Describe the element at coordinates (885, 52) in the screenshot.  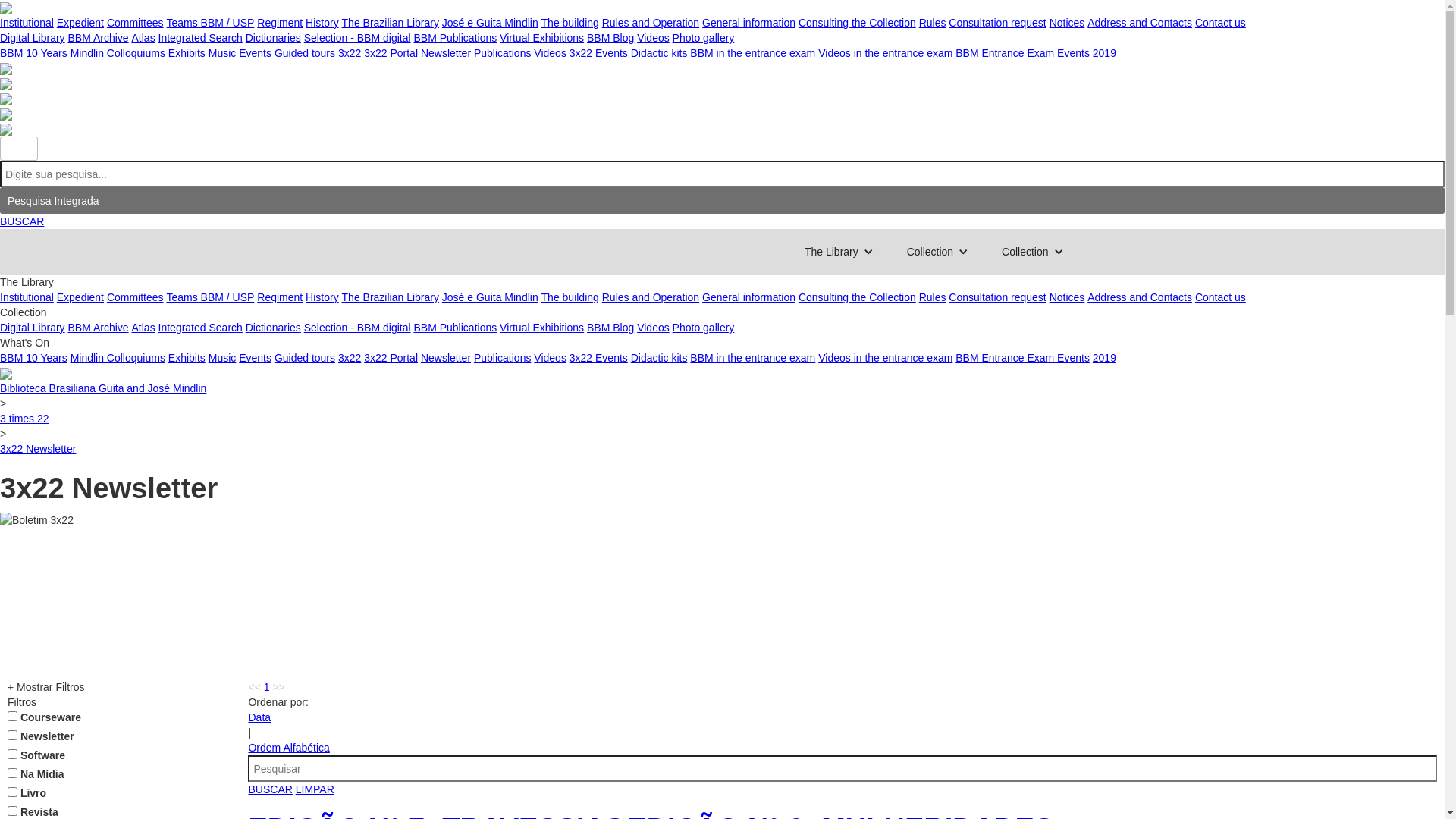
I see `'Videos in the entrance exam'` at that location.